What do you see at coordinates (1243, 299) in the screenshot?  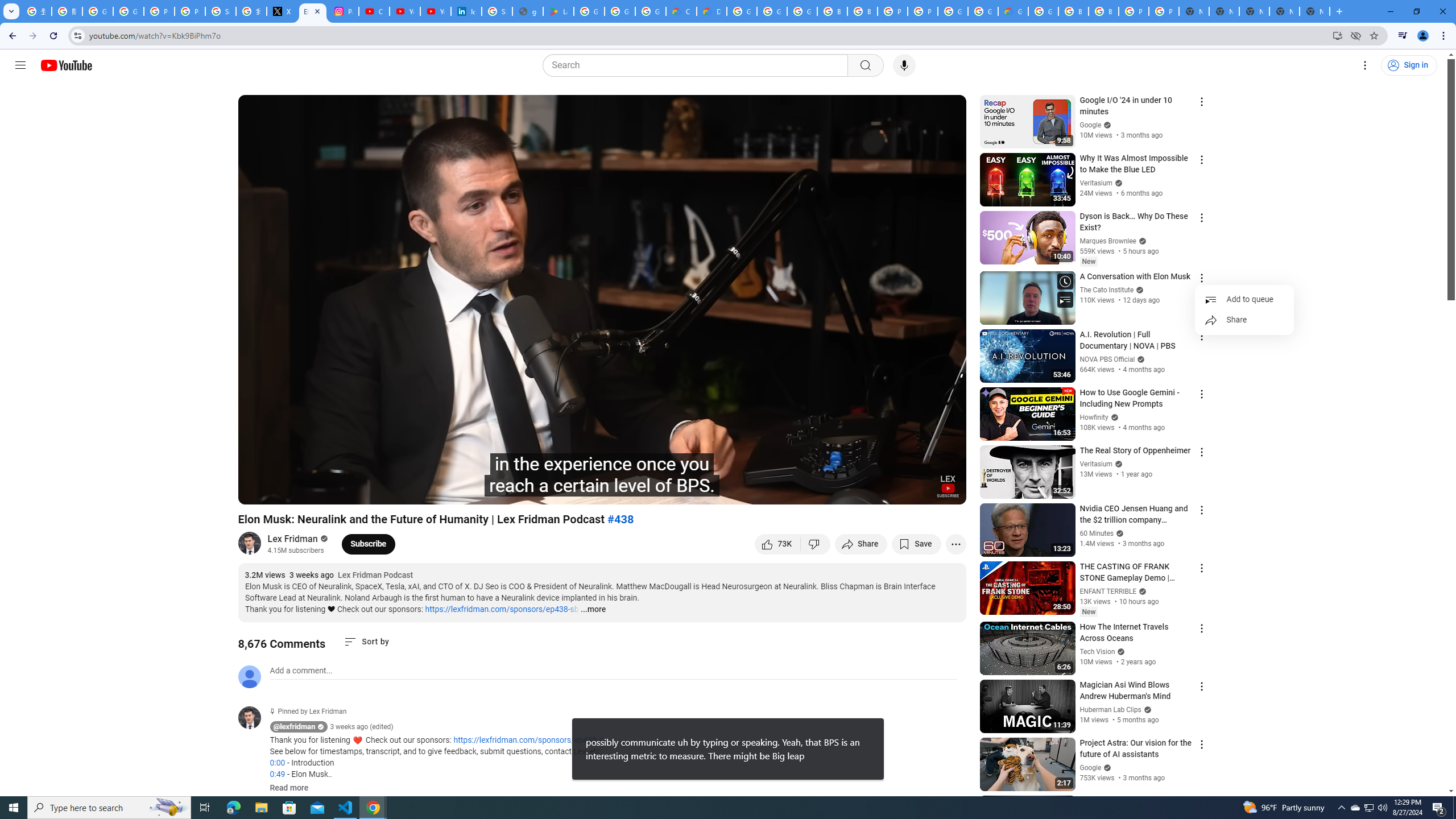 I see `'Add to queue'` at bounding box center [1243, 299].